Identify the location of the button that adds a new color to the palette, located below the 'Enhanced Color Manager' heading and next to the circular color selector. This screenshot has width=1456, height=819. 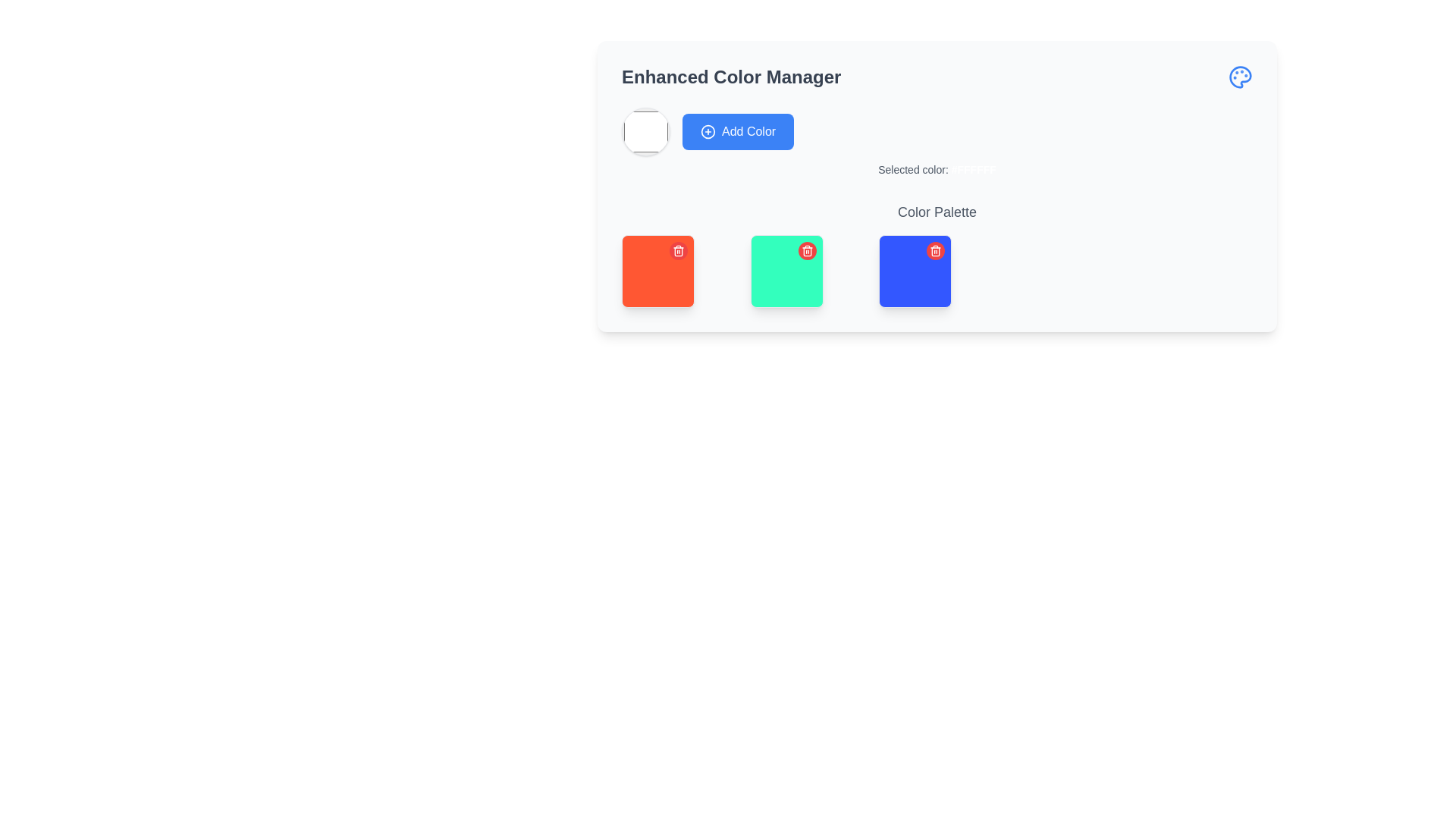
(738, 130).